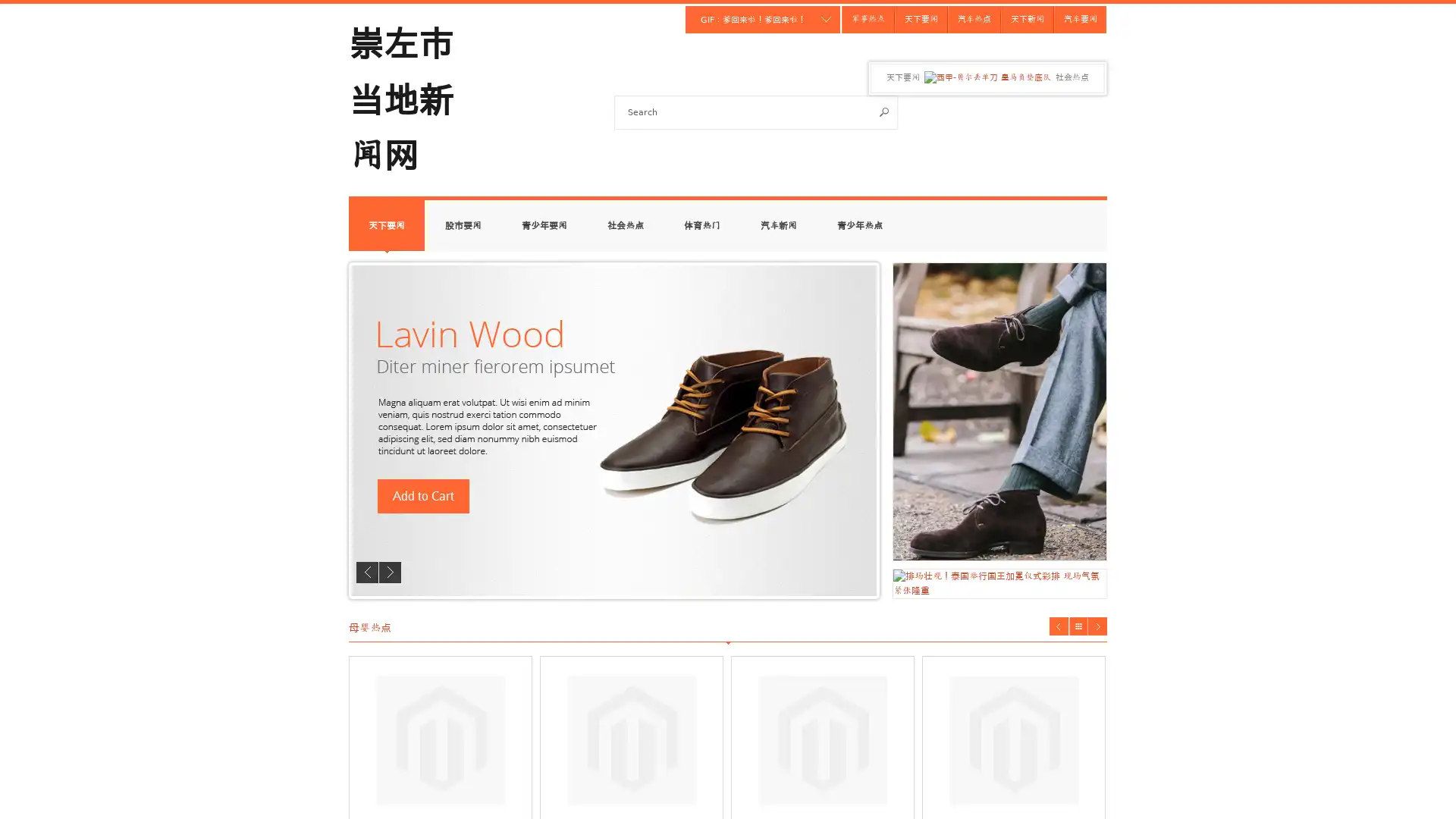  Describe the element at coordinates (884, 111) in the screenshot. I see `Search` at that location.